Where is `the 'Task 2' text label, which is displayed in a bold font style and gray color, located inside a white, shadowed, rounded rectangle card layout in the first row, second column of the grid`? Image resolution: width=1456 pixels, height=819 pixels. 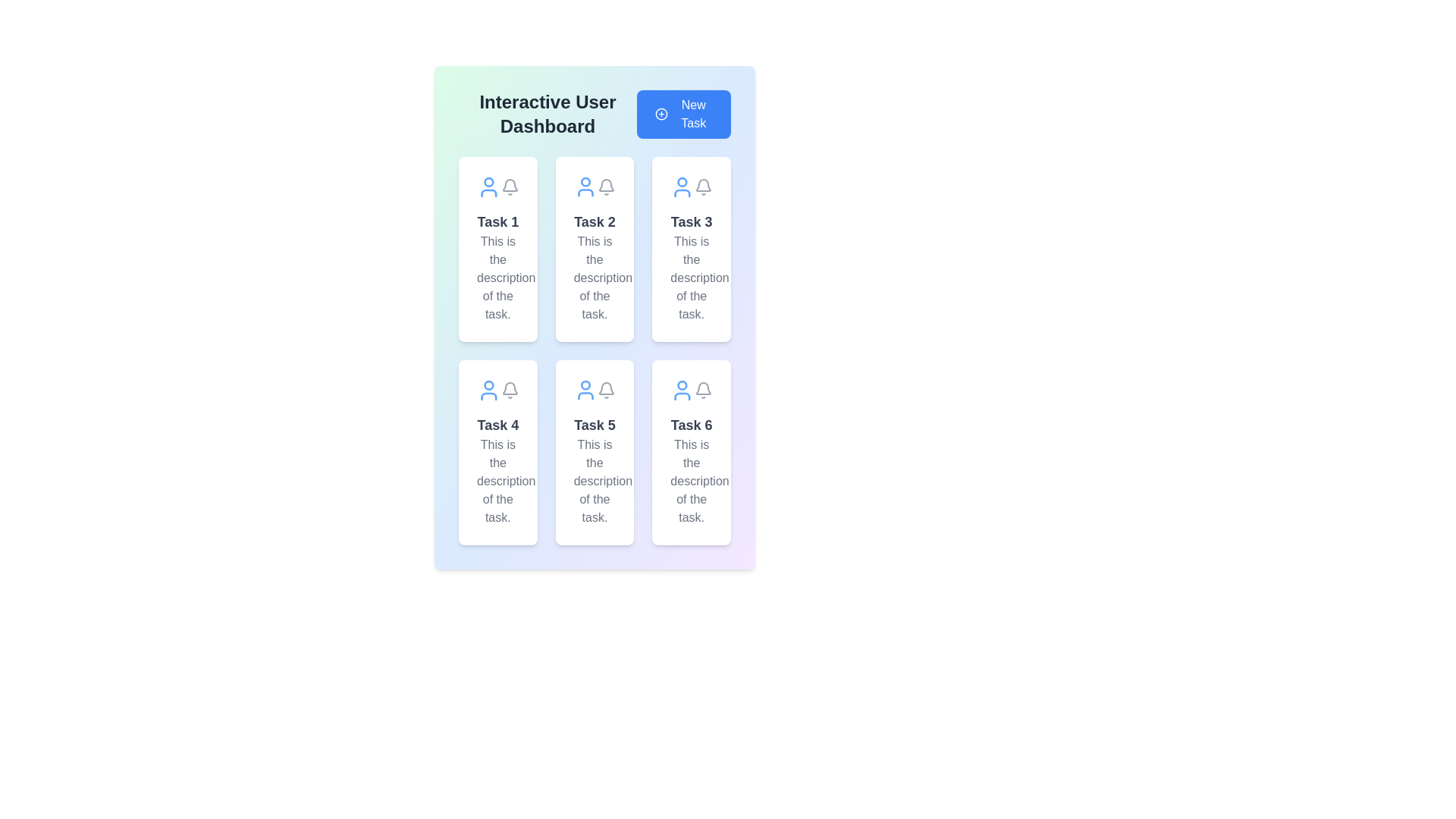 the 'Task 2' text label, which is displayed in a bold font style and gray color, located inside a white, shadowed, rounded rectangle card layout in the first row, second column of the grid is located at coordinates (594, 222).